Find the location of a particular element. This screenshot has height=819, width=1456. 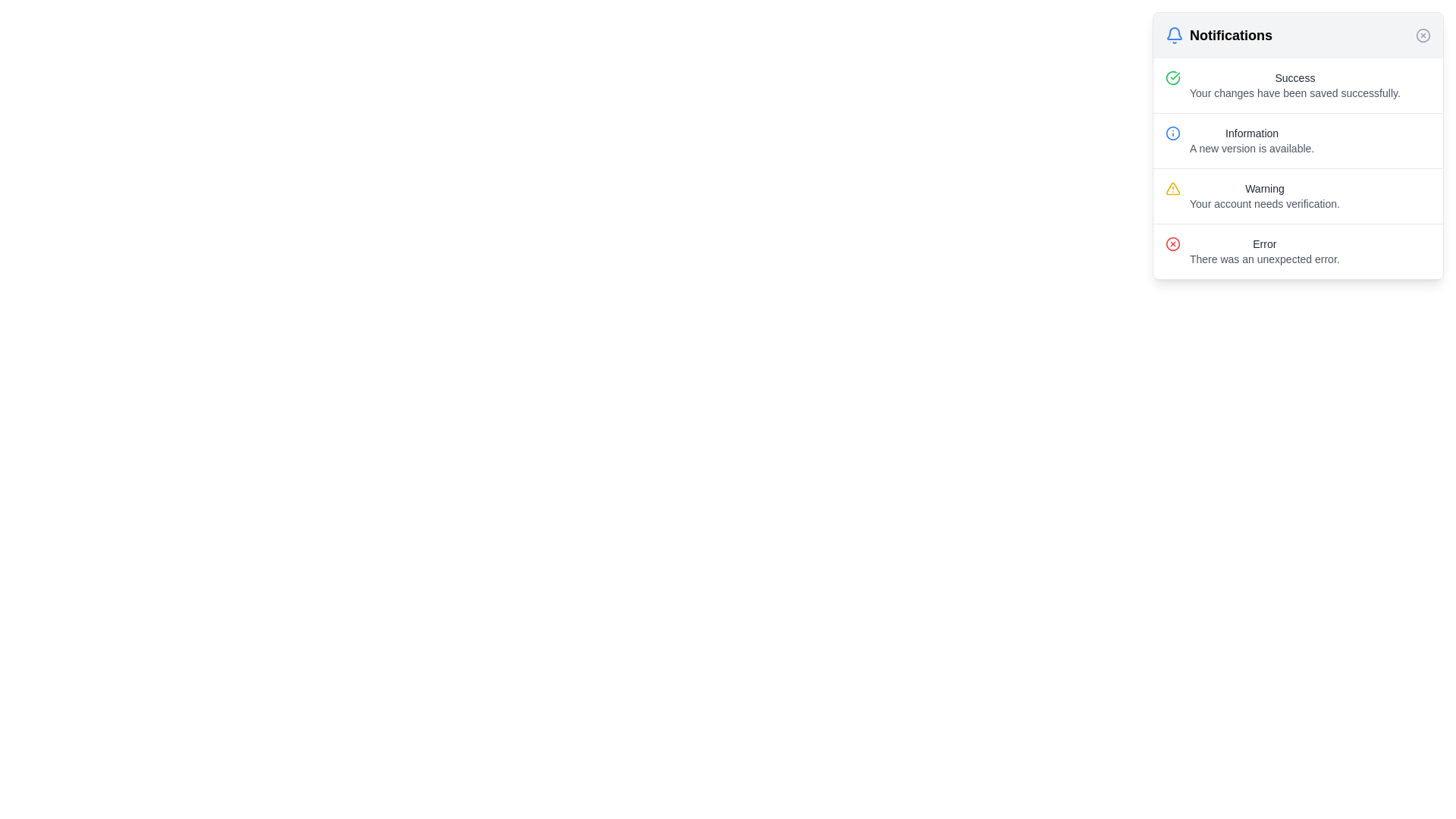

the informational Text Label confirming successful modifications, located beneath the bolded 'Success' text in the right upper section of the interface is located at coordinates (1294, 93).